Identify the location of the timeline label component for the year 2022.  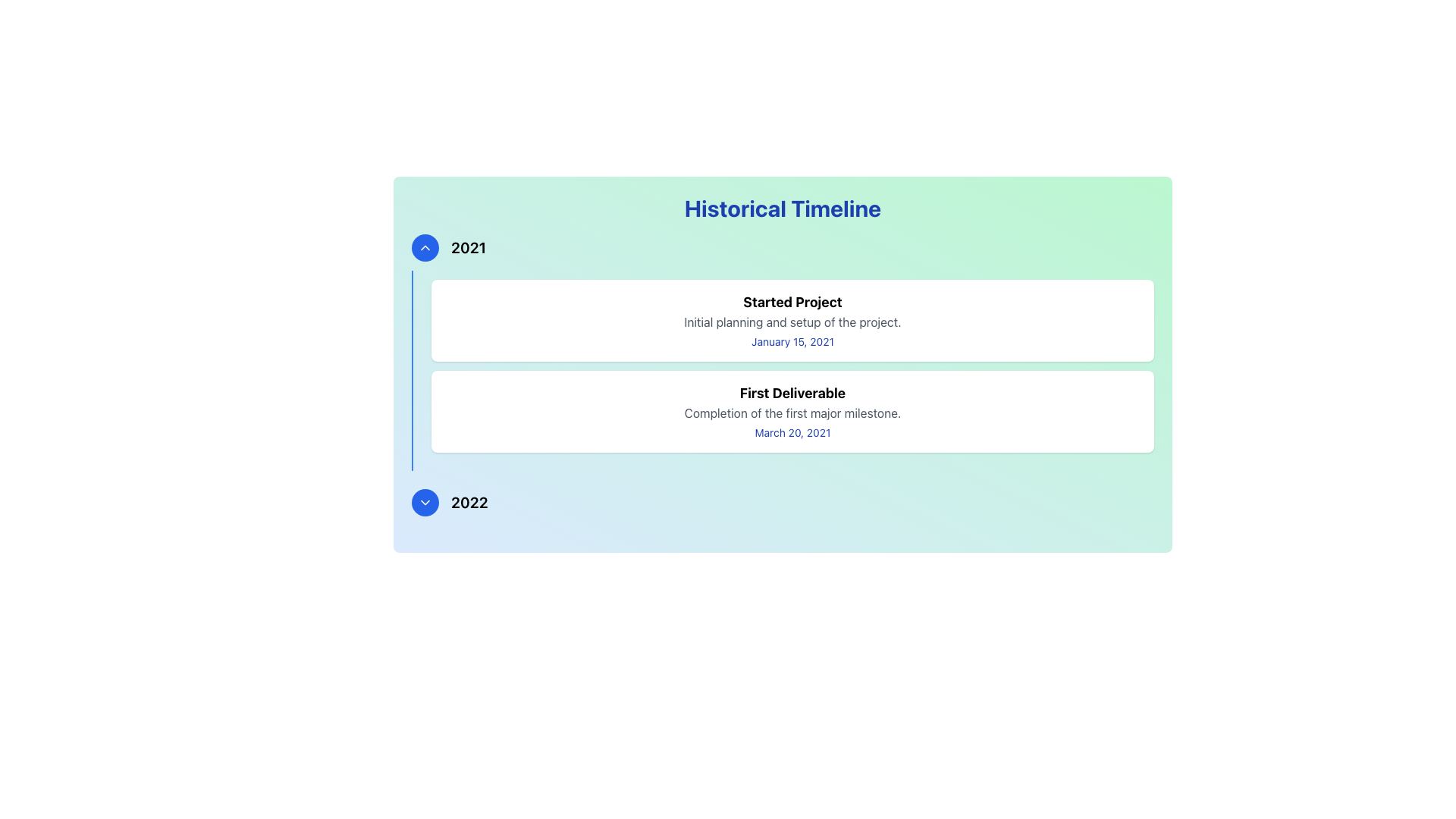
(783, 503).